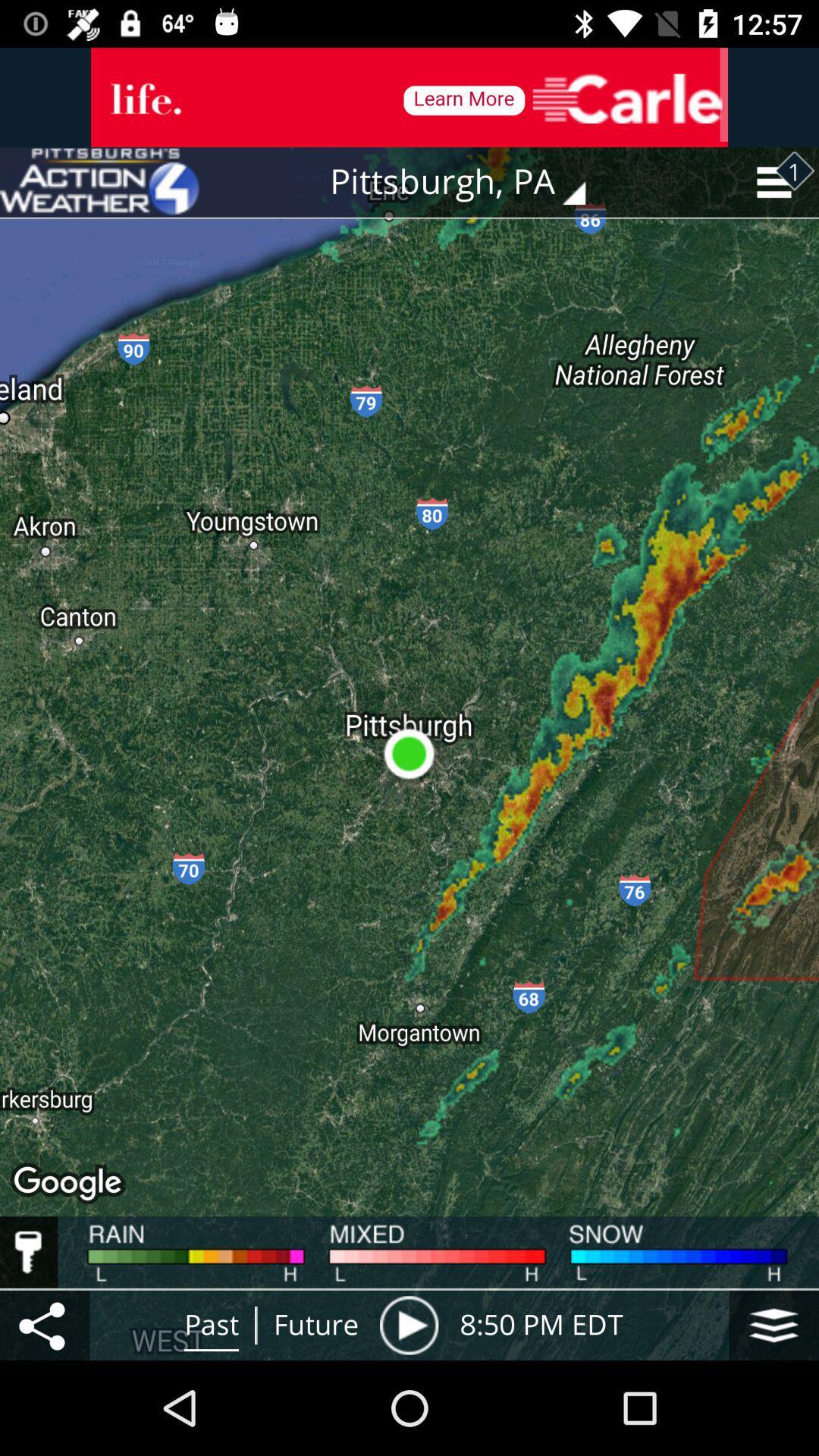 Image resolution: width=819 pixels, height=1456 pixels. What do you see at coordinates (409, 96) in the screenshot?
I see `advertisement banner` at bounding box center [409, 96].